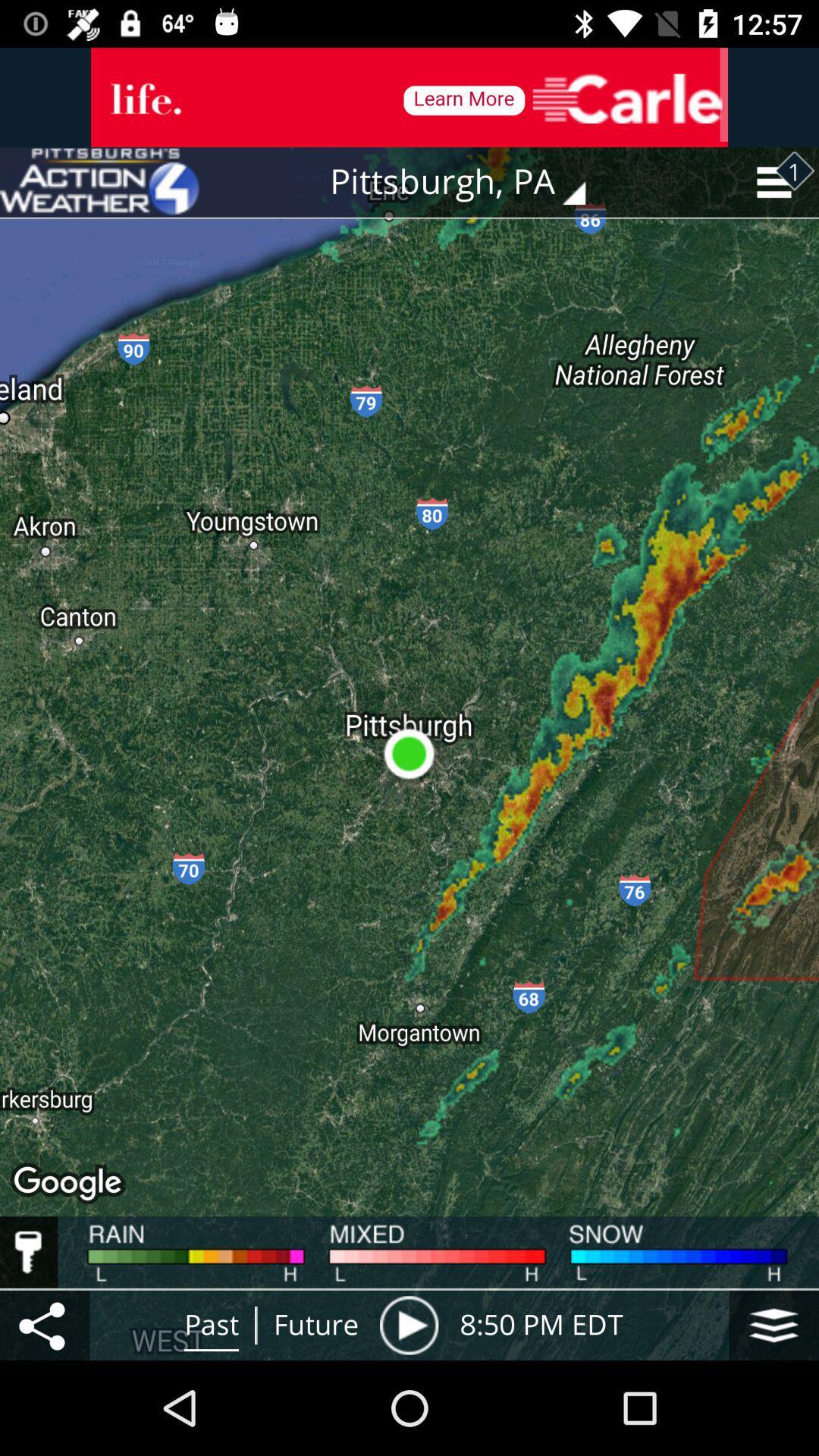 Image resolution: width=819 pixels, height=1456 pixels. What do you see at coordinates (409, 96) in the screenshot?
I see `advertisement banner` at bounding box center [409, 96].